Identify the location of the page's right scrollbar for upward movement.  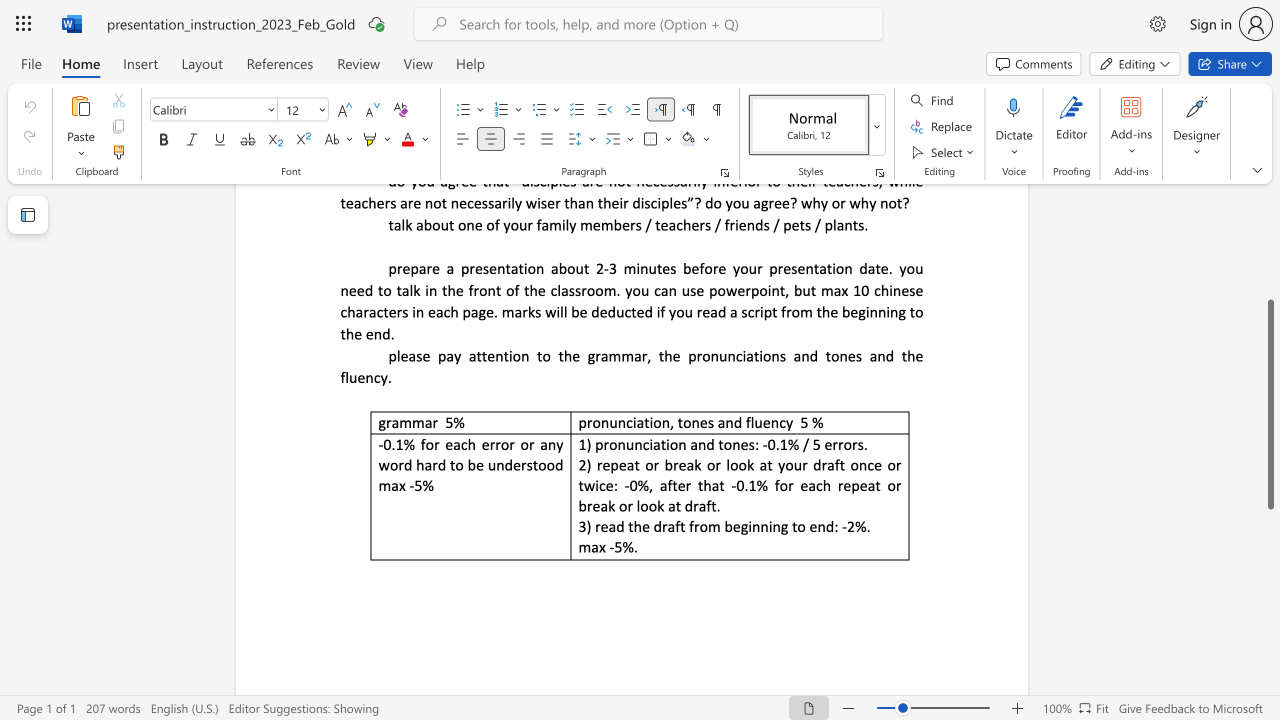
(1269, 220).